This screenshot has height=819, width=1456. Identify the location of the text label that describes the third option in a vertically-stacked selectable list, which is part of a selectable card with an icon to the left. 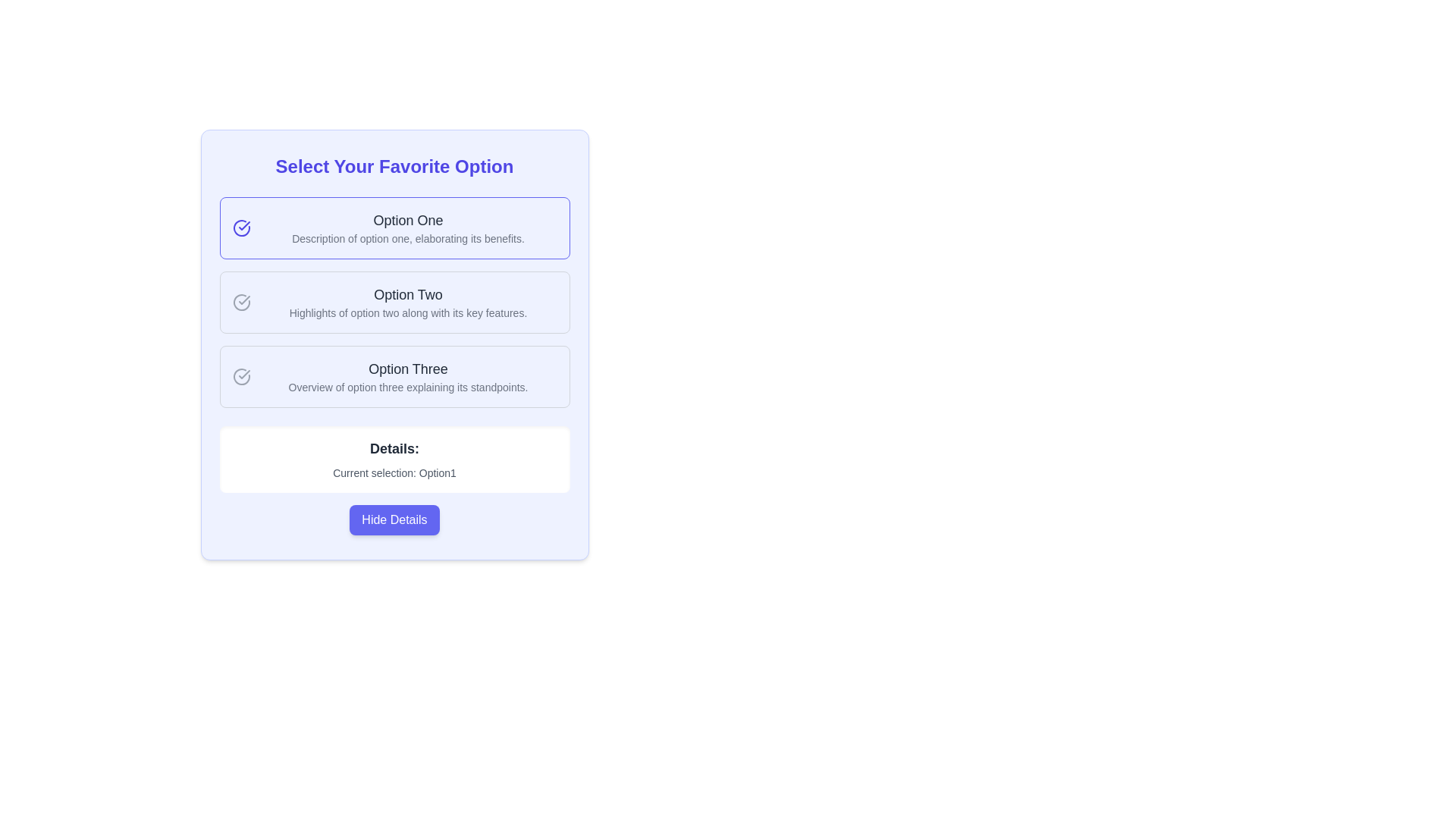
(408, 376).